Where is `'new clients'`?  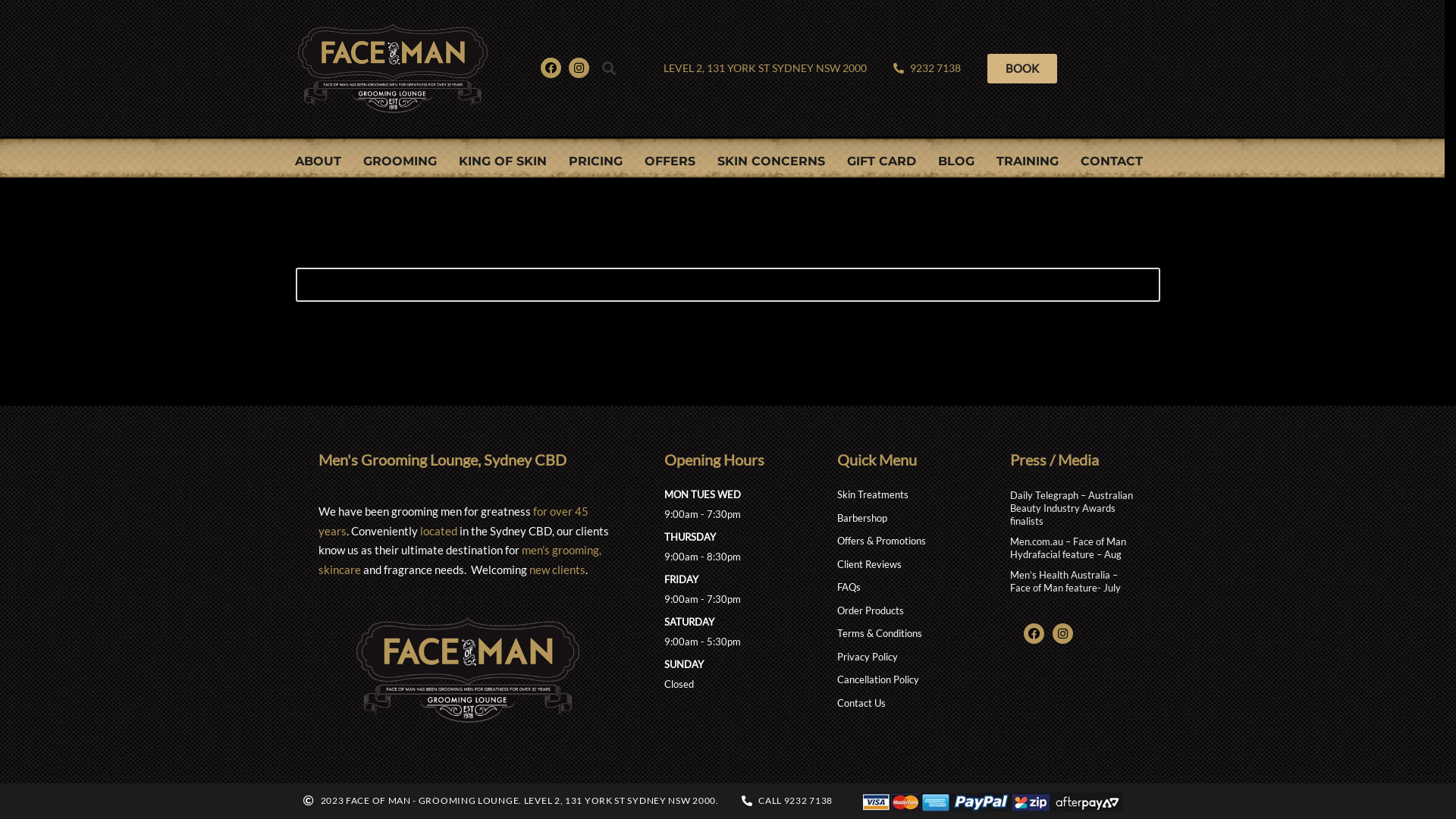 'new clients' is located at coordinates (556, 570).